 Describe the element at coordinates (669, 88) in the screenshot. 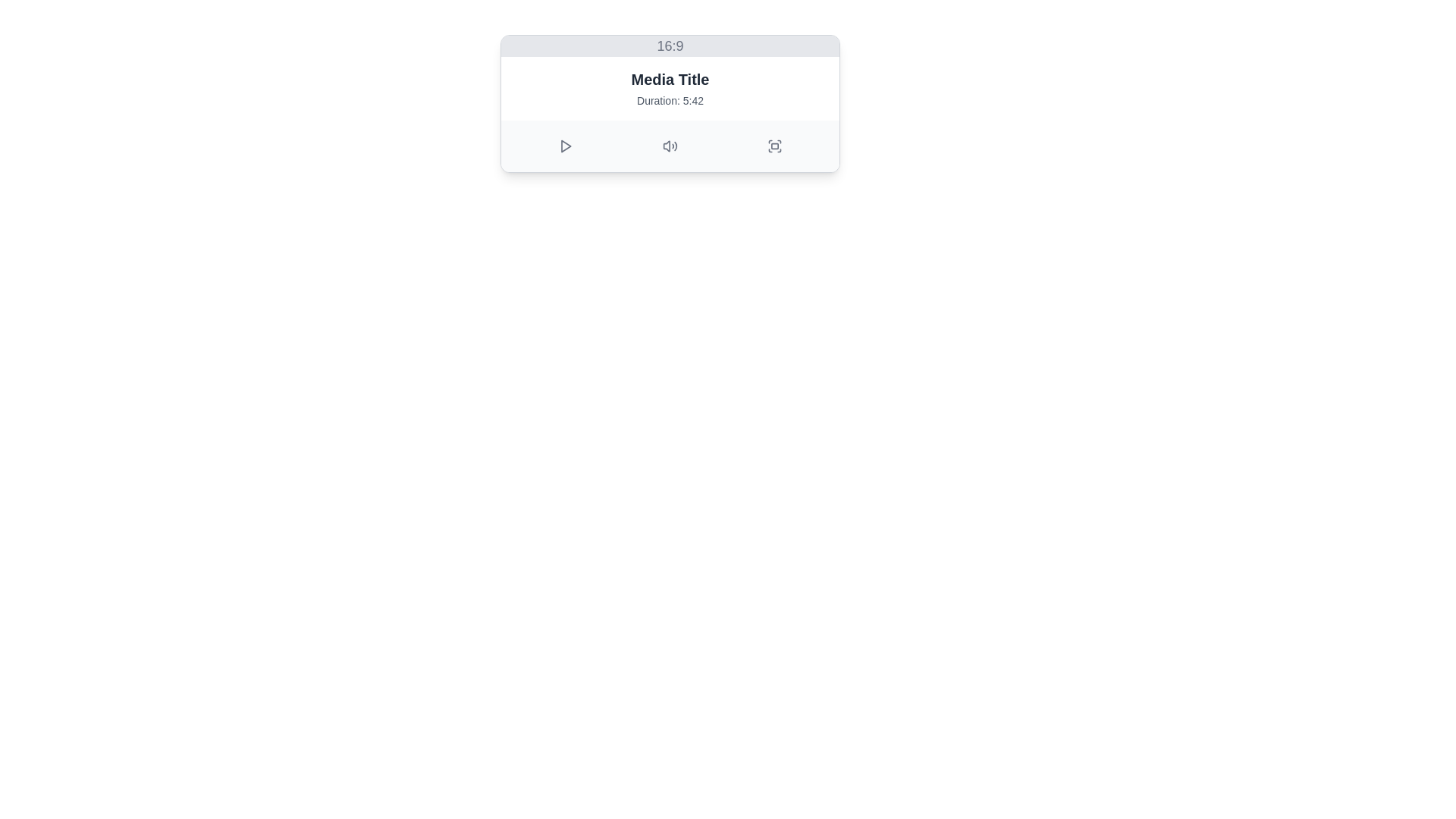

I see `the informational text block that contains the title and duration information for a media item, which is located below the header displaying '16:9'` at that location.